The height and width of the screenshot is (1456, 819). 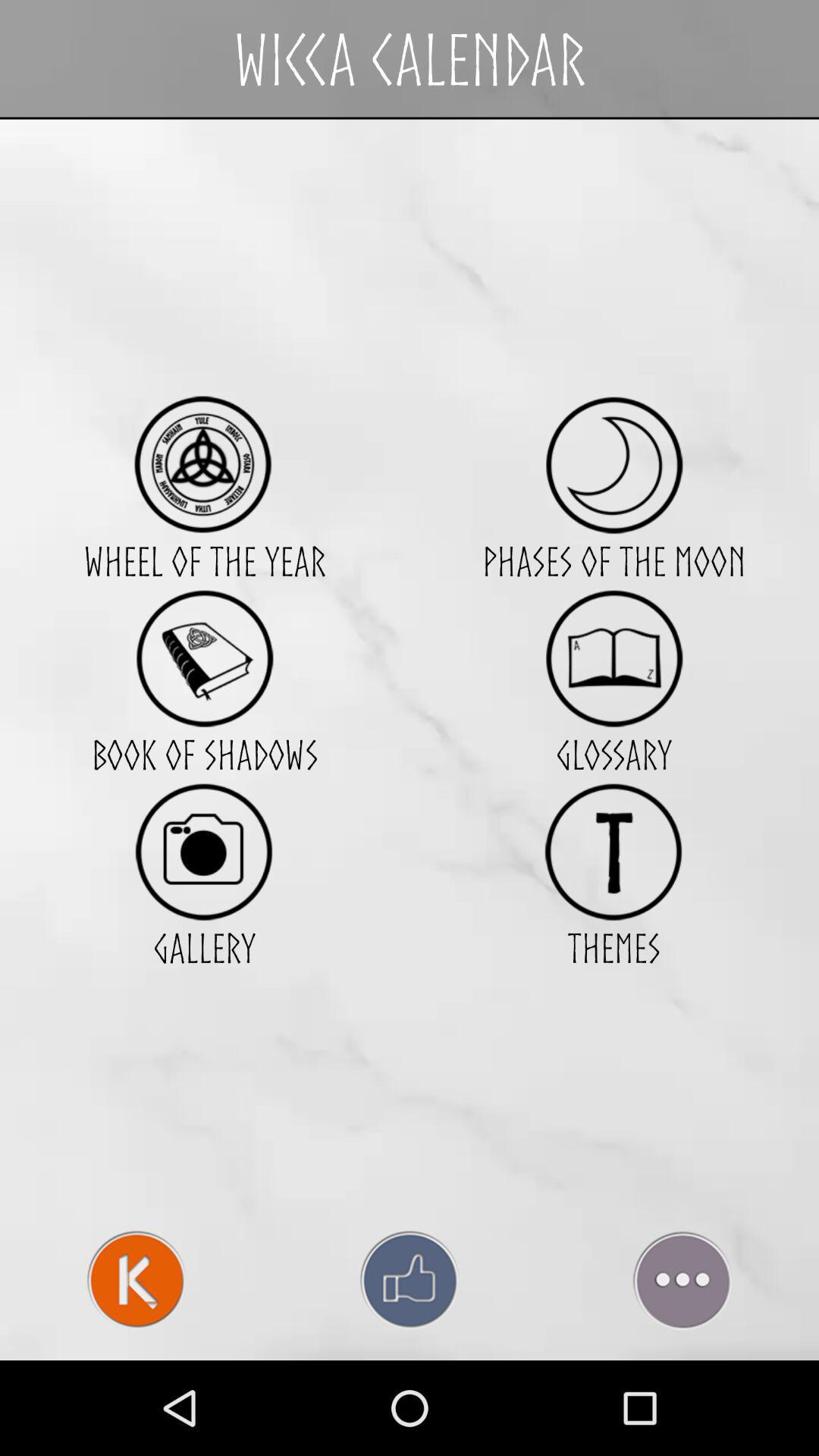 I want to click on thumbs up, so click(x=409, y=1279).